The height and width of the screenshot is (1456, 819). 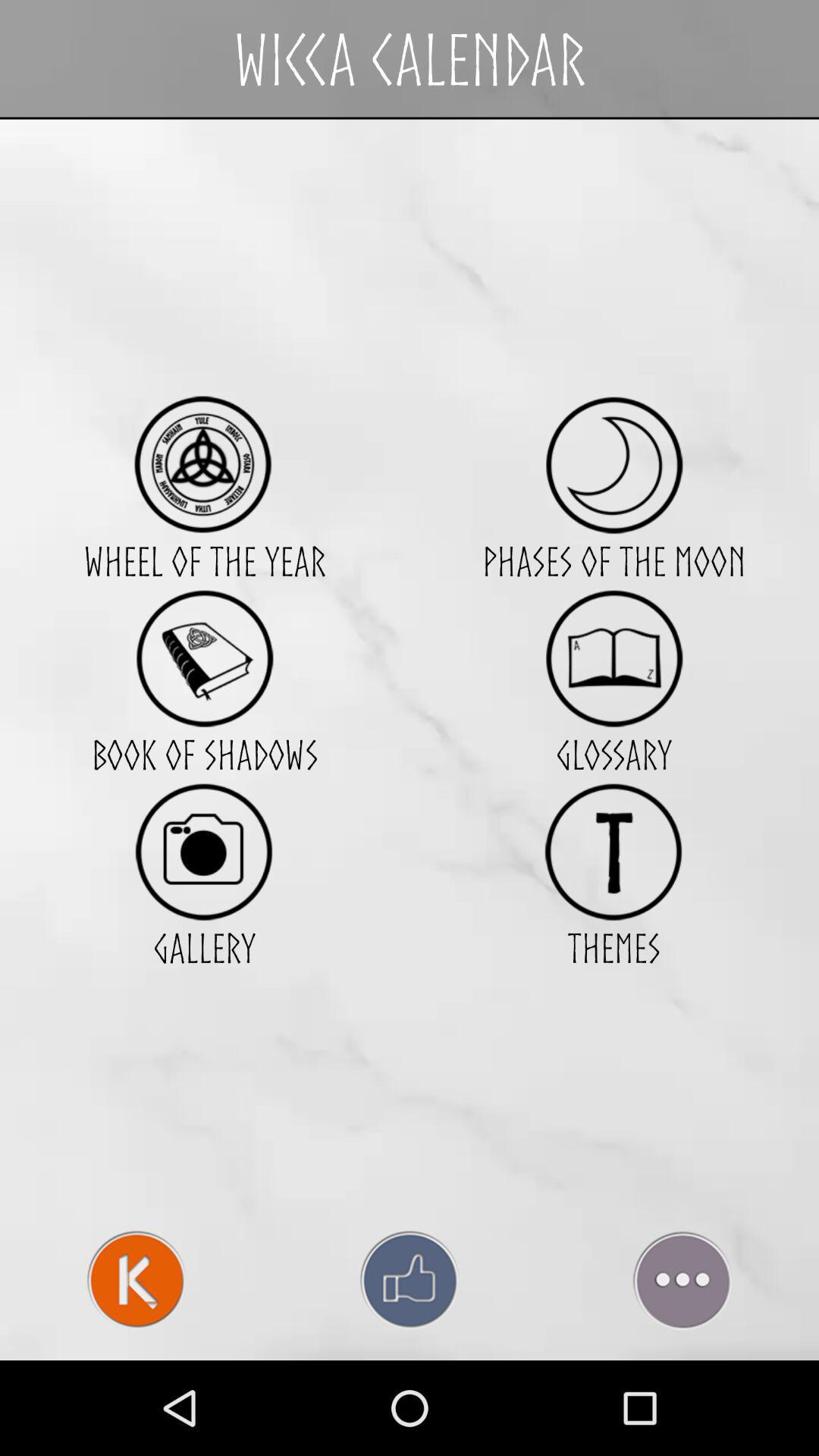 I want to click on thumbs up, so click(x=409, y=1279).